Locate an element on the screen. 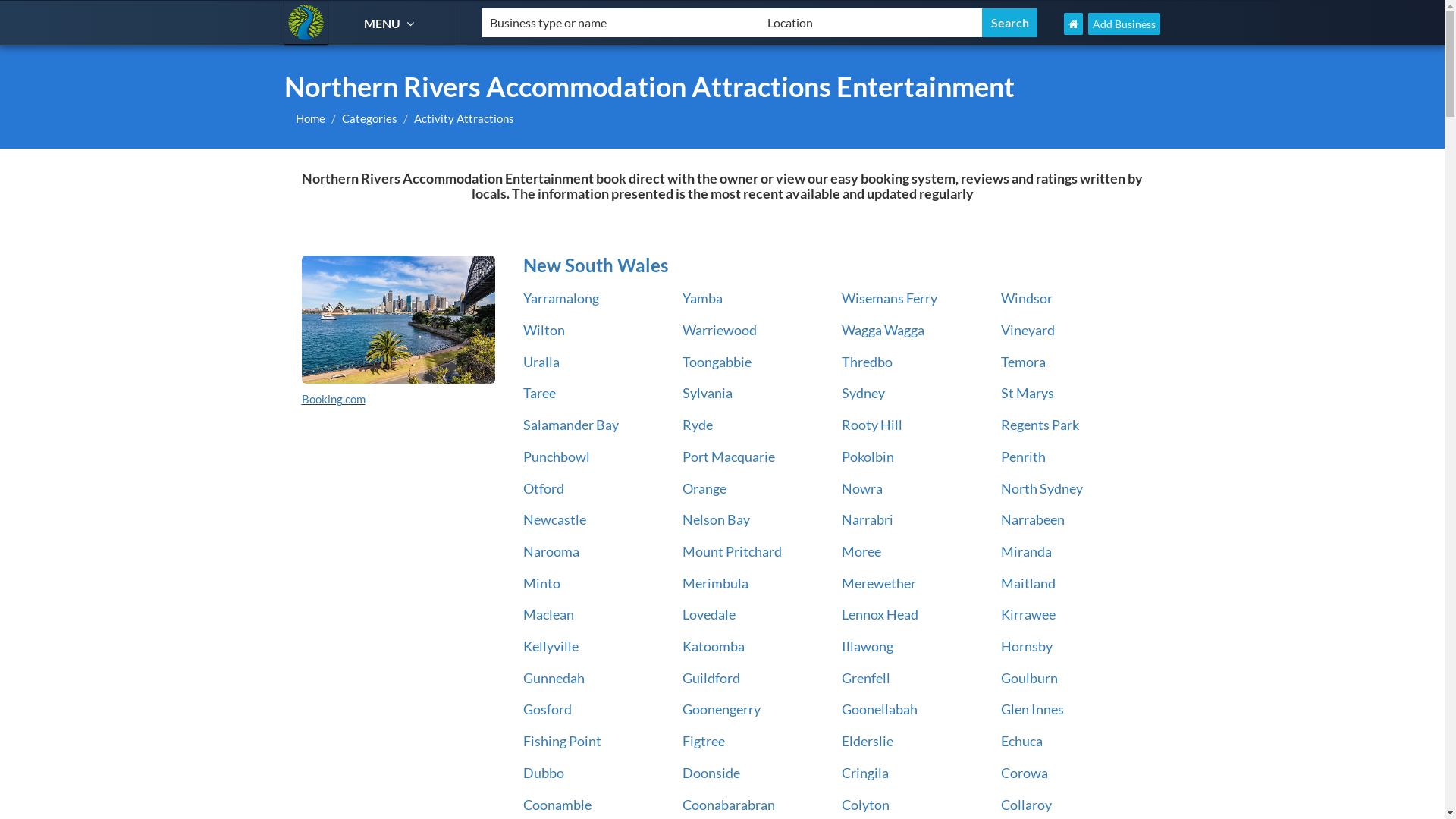  'Echuca' is located at coordinates (1021, 739).